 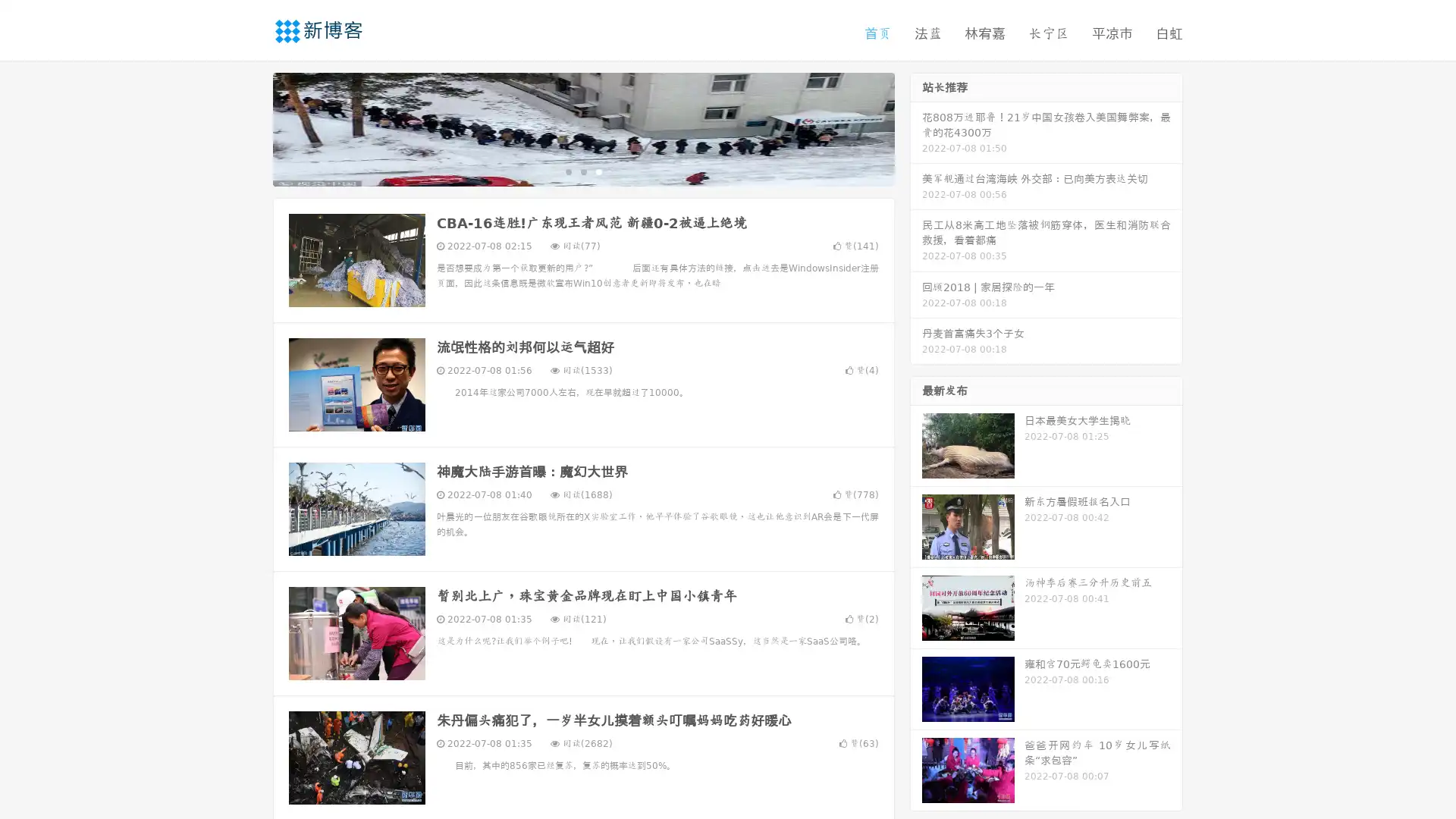 What do you see at coordinates (598, 171) in the screenshot?
I see `Go to slide 3` at bounding box center [598, 171].